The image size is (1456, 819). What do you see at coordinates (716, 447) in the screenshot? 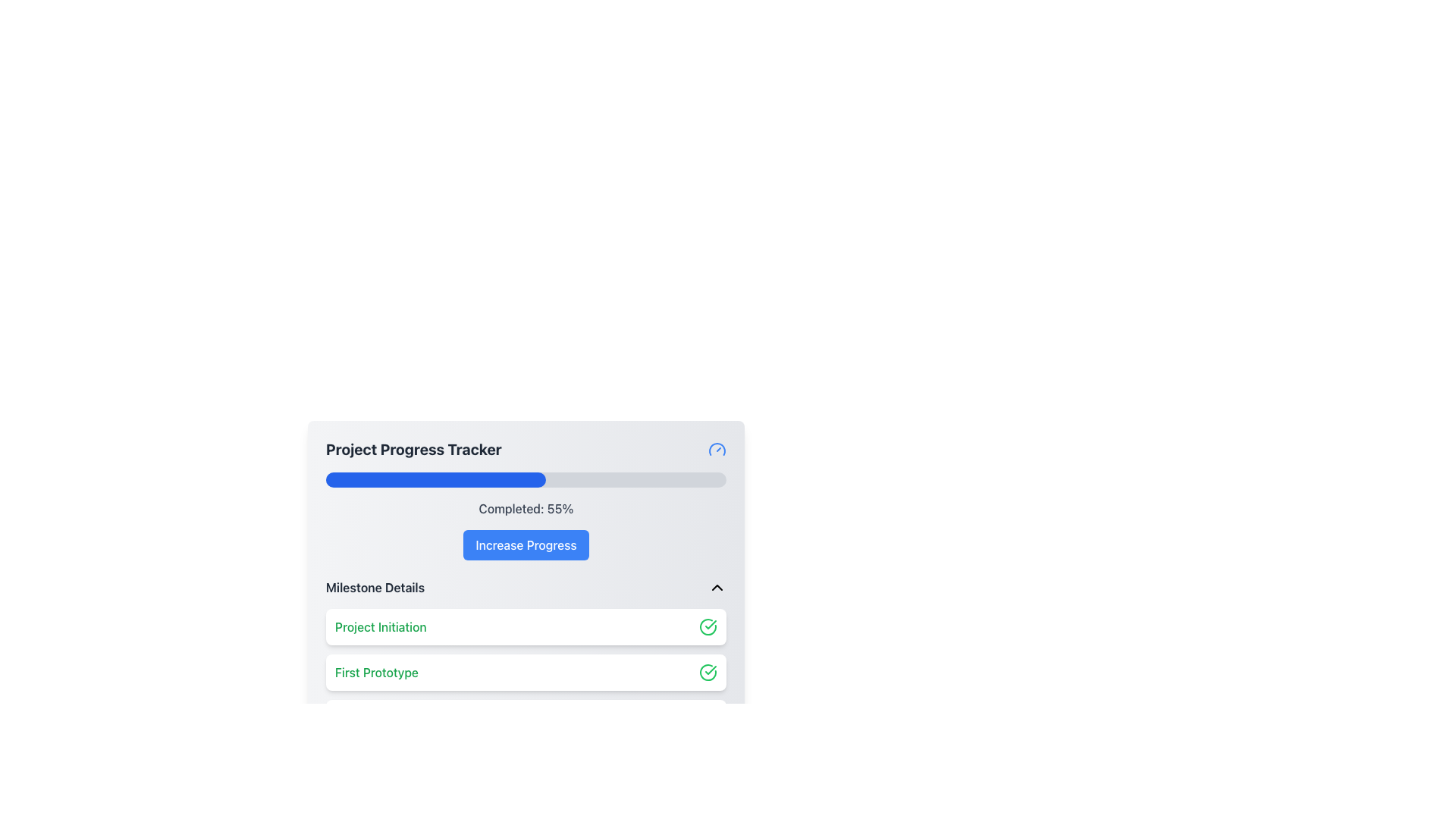
I see `the blue circular arc element of the SVG gauge indicator located at the top-right of the progress tracker interface` at bounding box center [716, 447].